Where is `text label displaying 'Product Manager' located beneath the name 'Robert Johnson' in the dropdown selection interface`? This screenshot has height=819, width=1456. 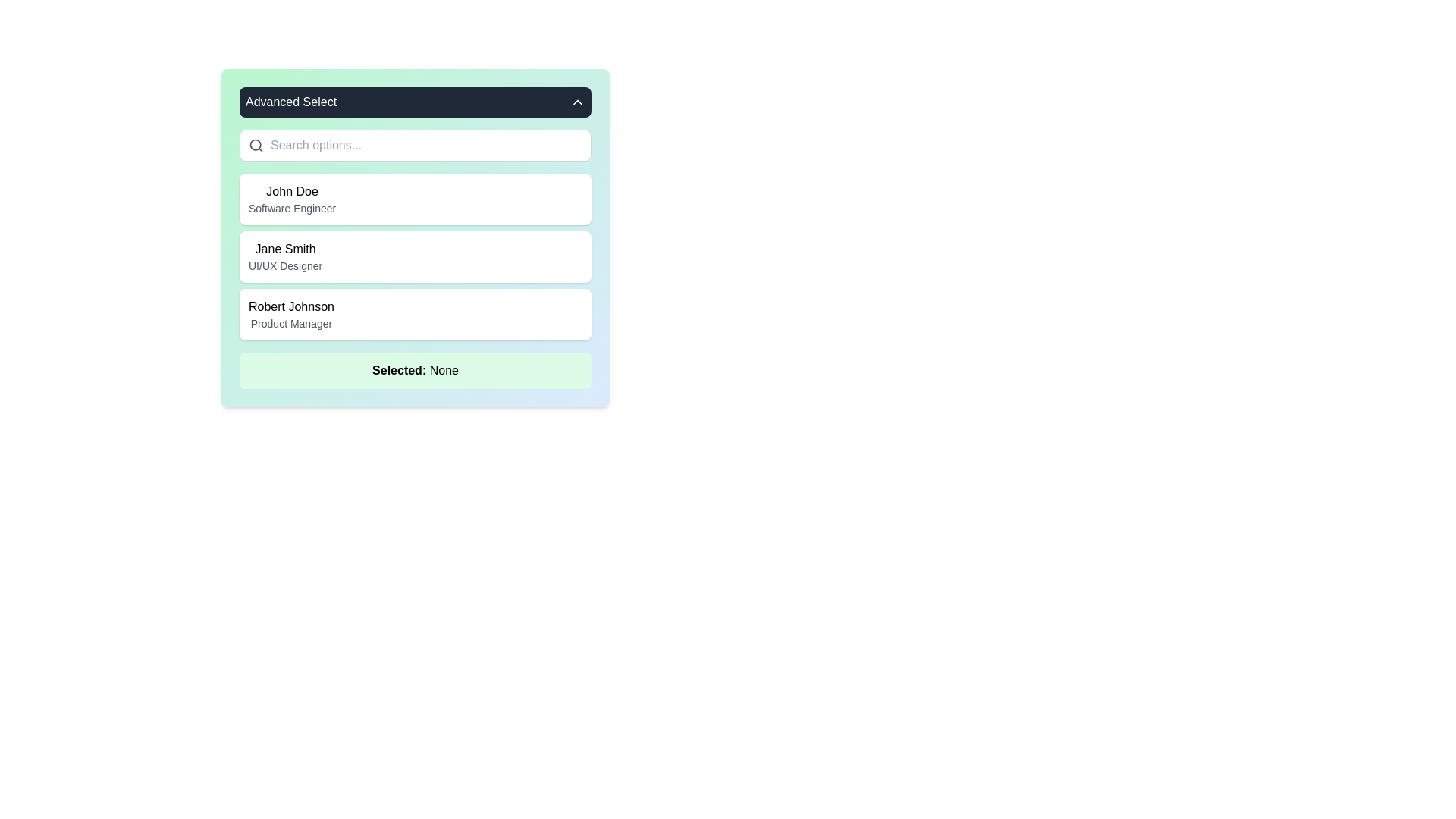 text label displaying 'Product Manager' located beneath the name 'Robert Johnson' in the dropdown selection interface is located at coordinates (291, 323).